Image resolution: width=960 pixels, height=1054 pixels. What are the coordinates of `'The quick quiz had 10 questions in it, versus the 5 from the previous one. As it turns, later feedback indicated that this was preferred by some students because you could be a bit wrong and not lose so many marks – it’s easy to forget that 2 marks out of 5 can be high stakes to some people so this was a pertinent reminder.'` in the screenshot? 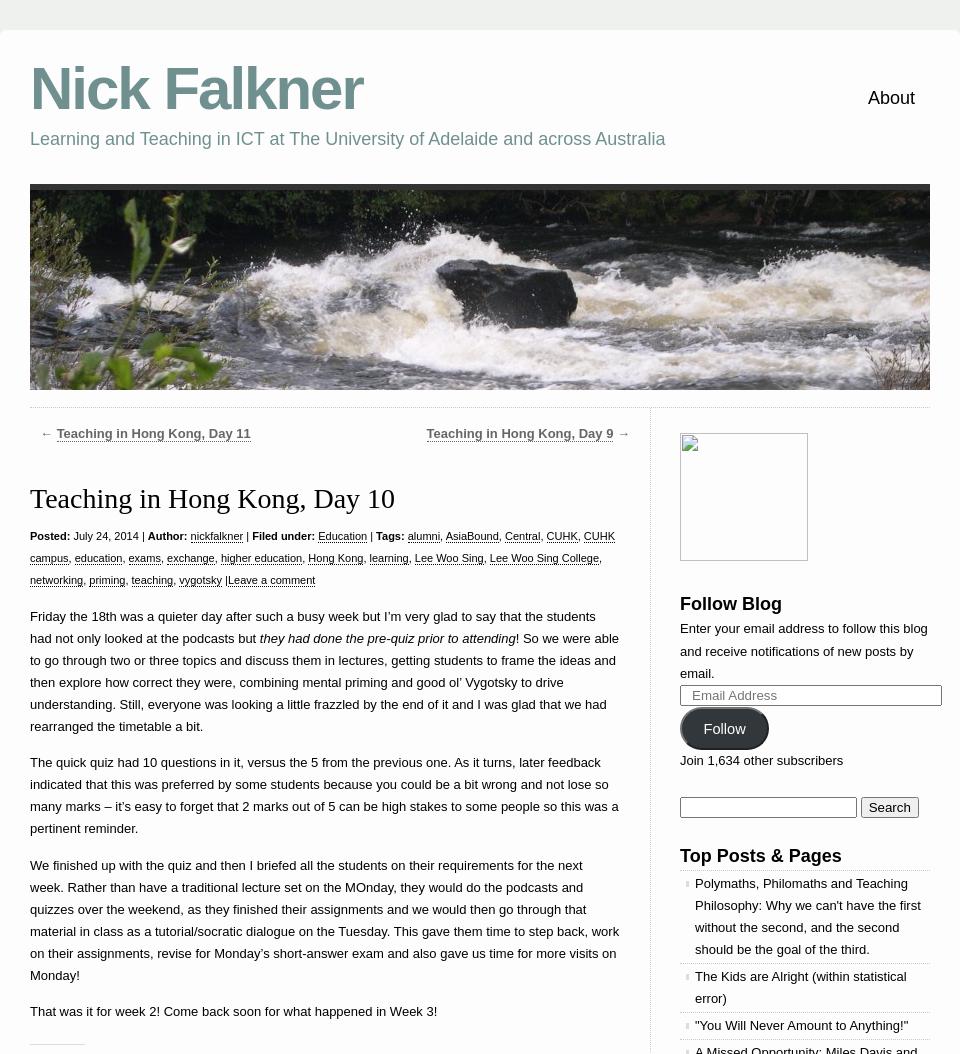 It's located at (324, 794).